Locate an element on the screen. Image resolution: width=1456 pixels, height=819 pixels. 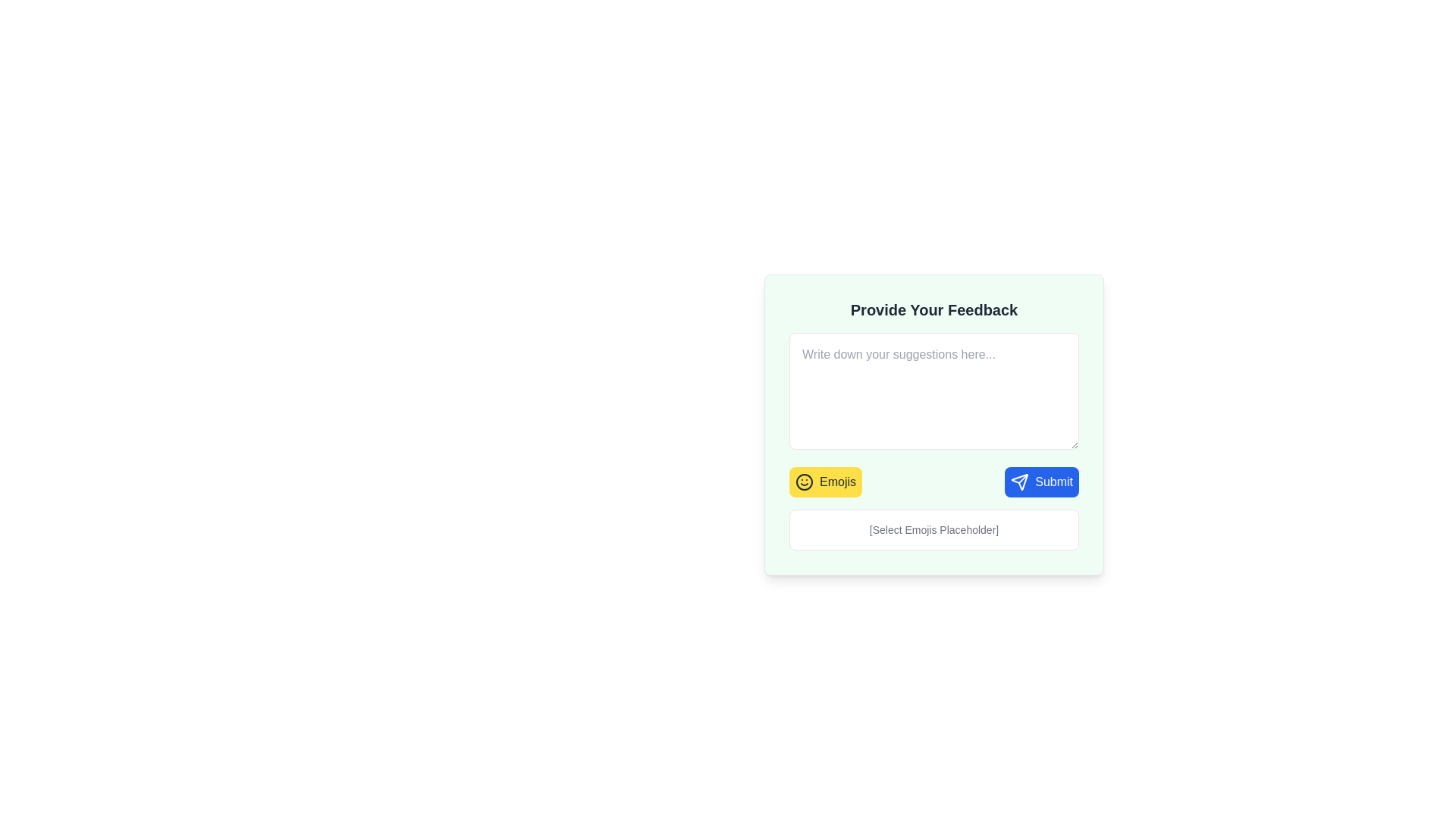
the 'Submit' button located at the bottom-right corner of the 'Provide Your Feedback' form is located at coordinates (1040, 482).